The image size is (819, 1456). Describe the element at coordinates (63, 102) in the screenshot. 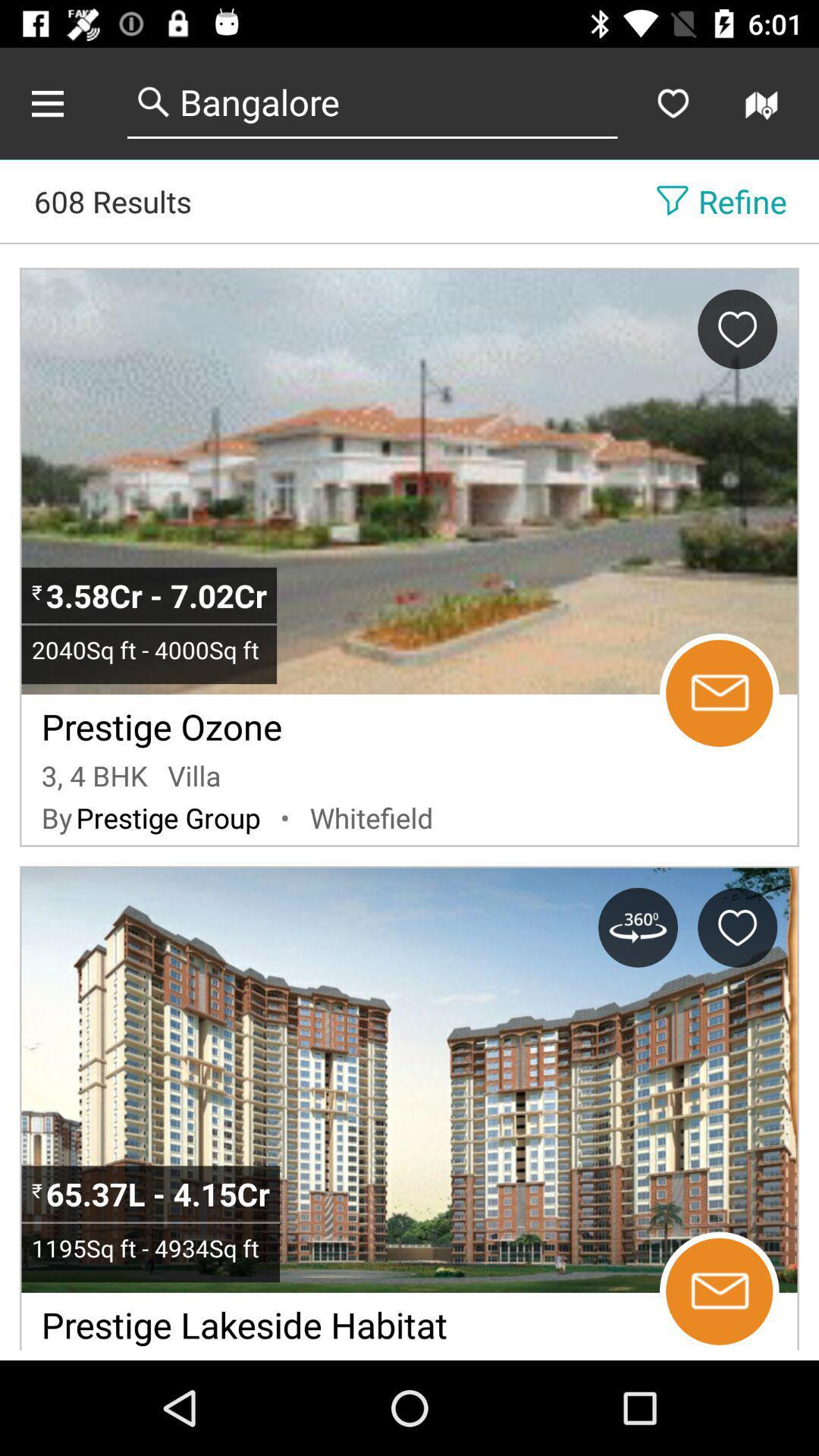

I see `the menu icon` at that location.